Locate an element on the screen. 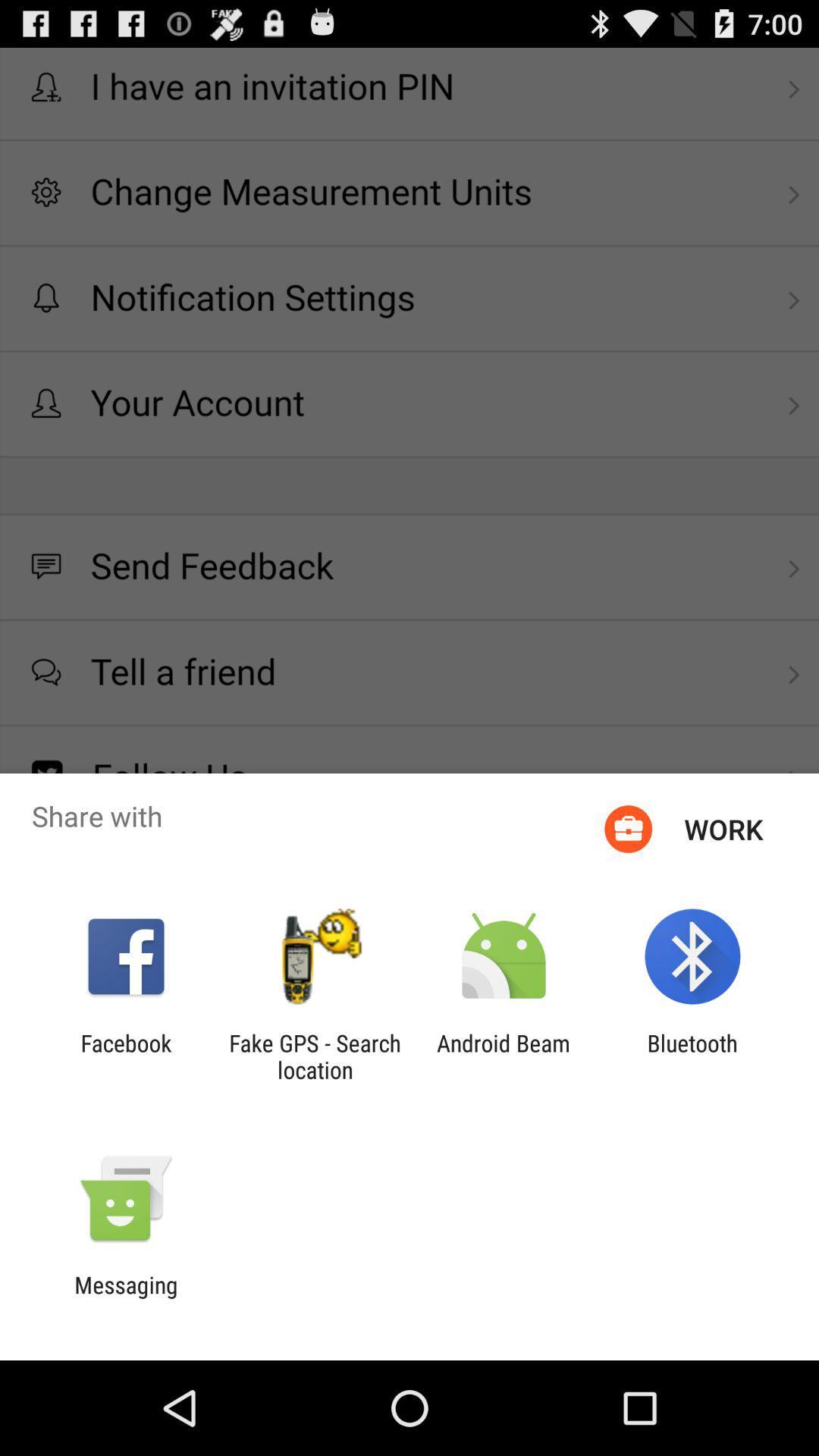 Image resolution: width=819 pixels, height=1456 pixels. app next to facebook is located at coordinates (314, 1056).